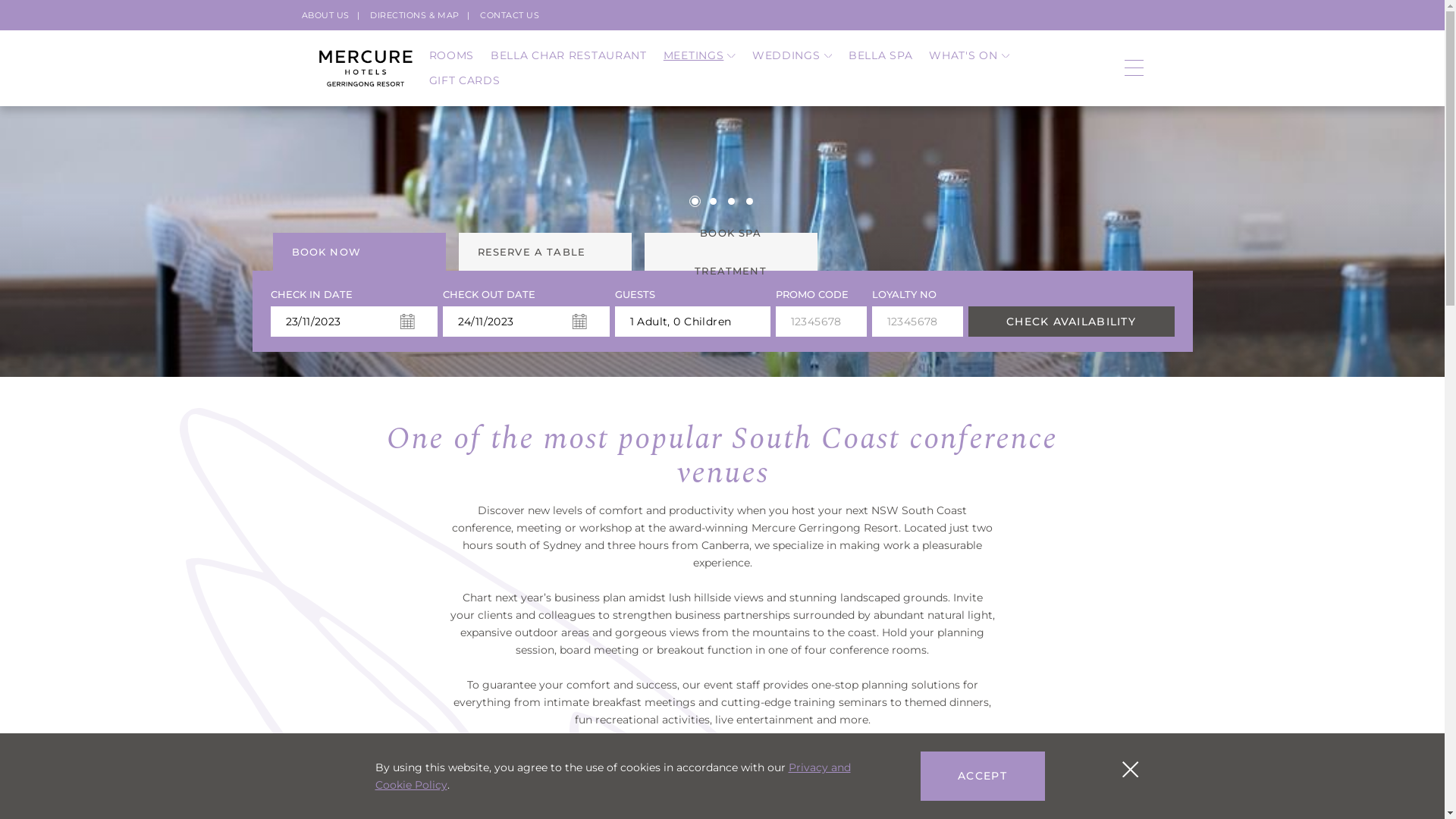 The height and width of the screenshot is (819, 1456). What do you see at coordinates (325, 14) in the screenshot?
I see `'ABOUT US'` at bounding box center [325, 14].